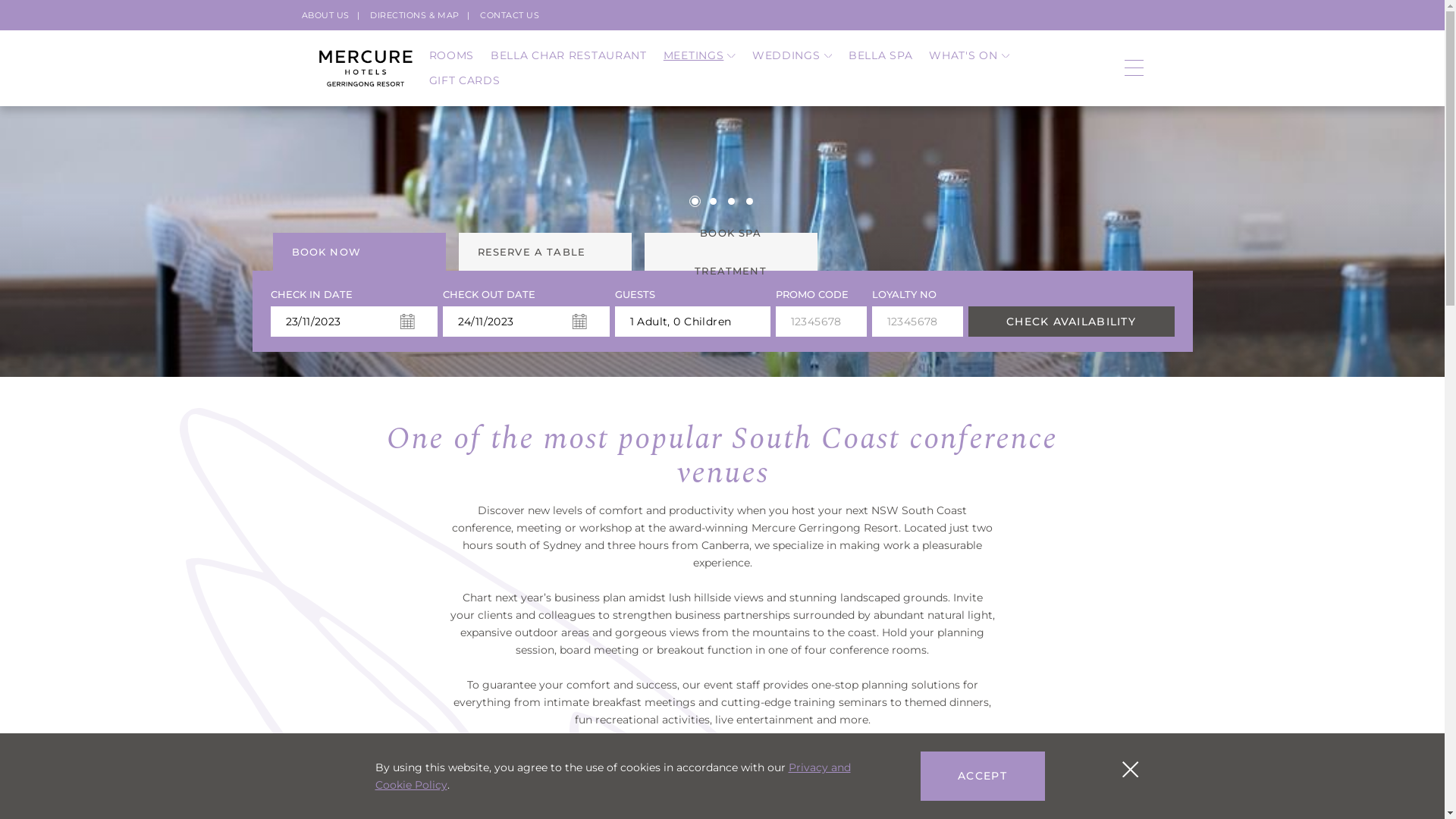 The height and width of the screenshot is (819, 1456). What do you see at coordinates (325, 14) in the screenshot?
I see `'ABOUT US'` at bounding box center [325, 14].